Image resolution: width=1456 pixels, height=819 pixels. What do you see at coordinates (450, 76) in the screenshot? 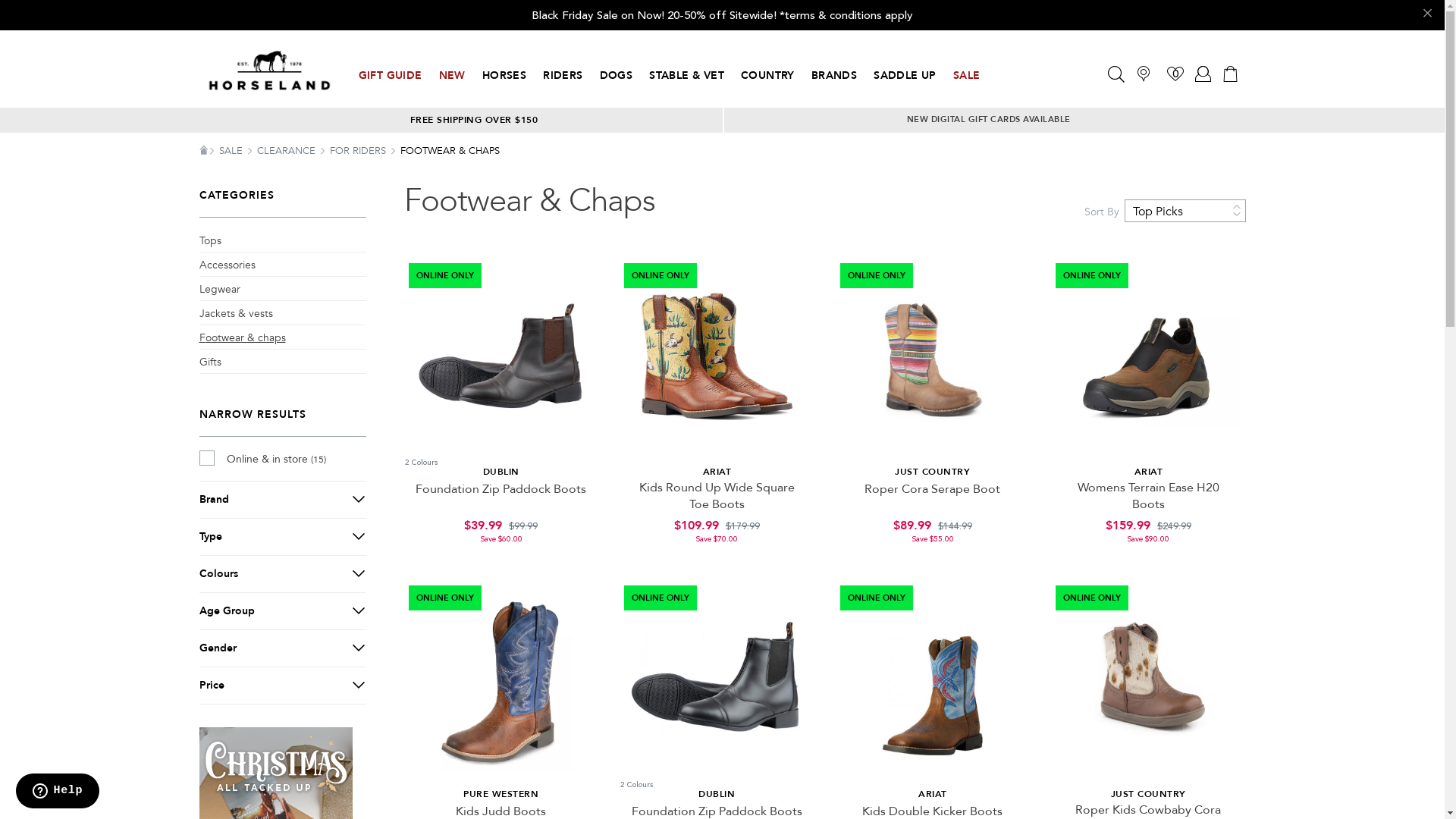
I see `'NEW'` at bounding box center [450, 76].